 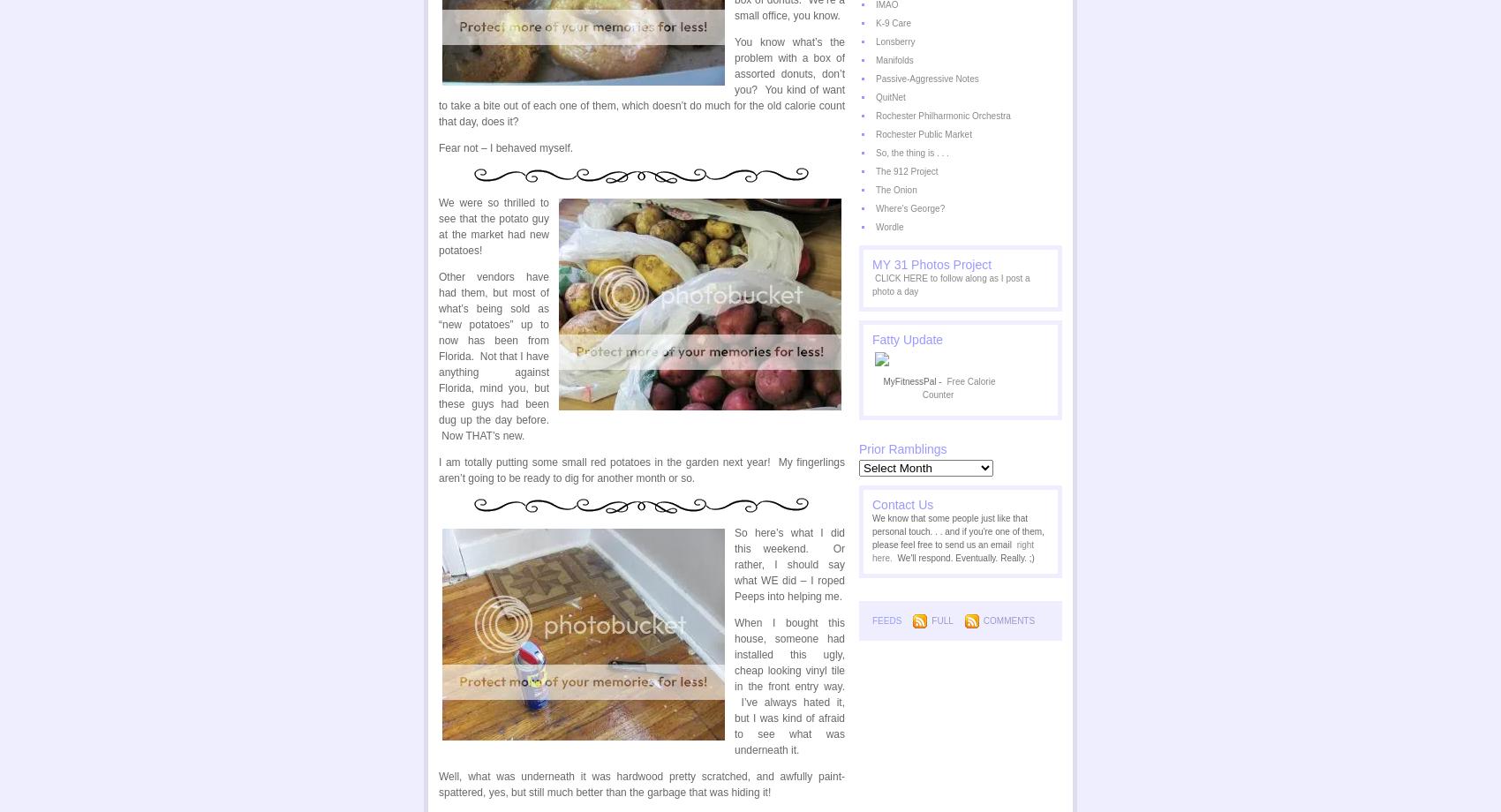 I want to click on 'So, the thing is . . .', so click(x=910, y=152).